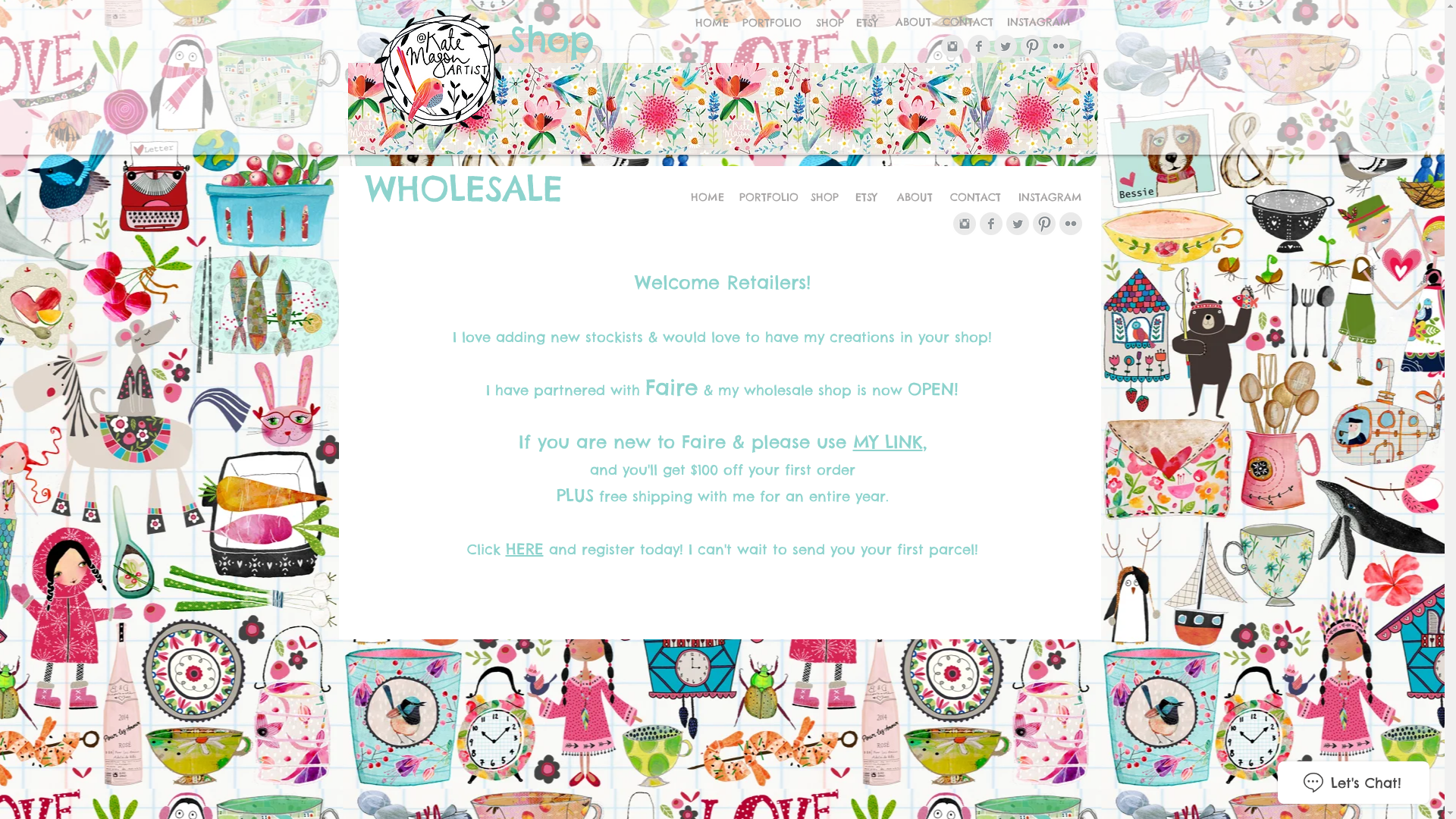 The height and width of the screenshot is (819, 1456). I want to click on 'ABOUT', so click(913, 197).